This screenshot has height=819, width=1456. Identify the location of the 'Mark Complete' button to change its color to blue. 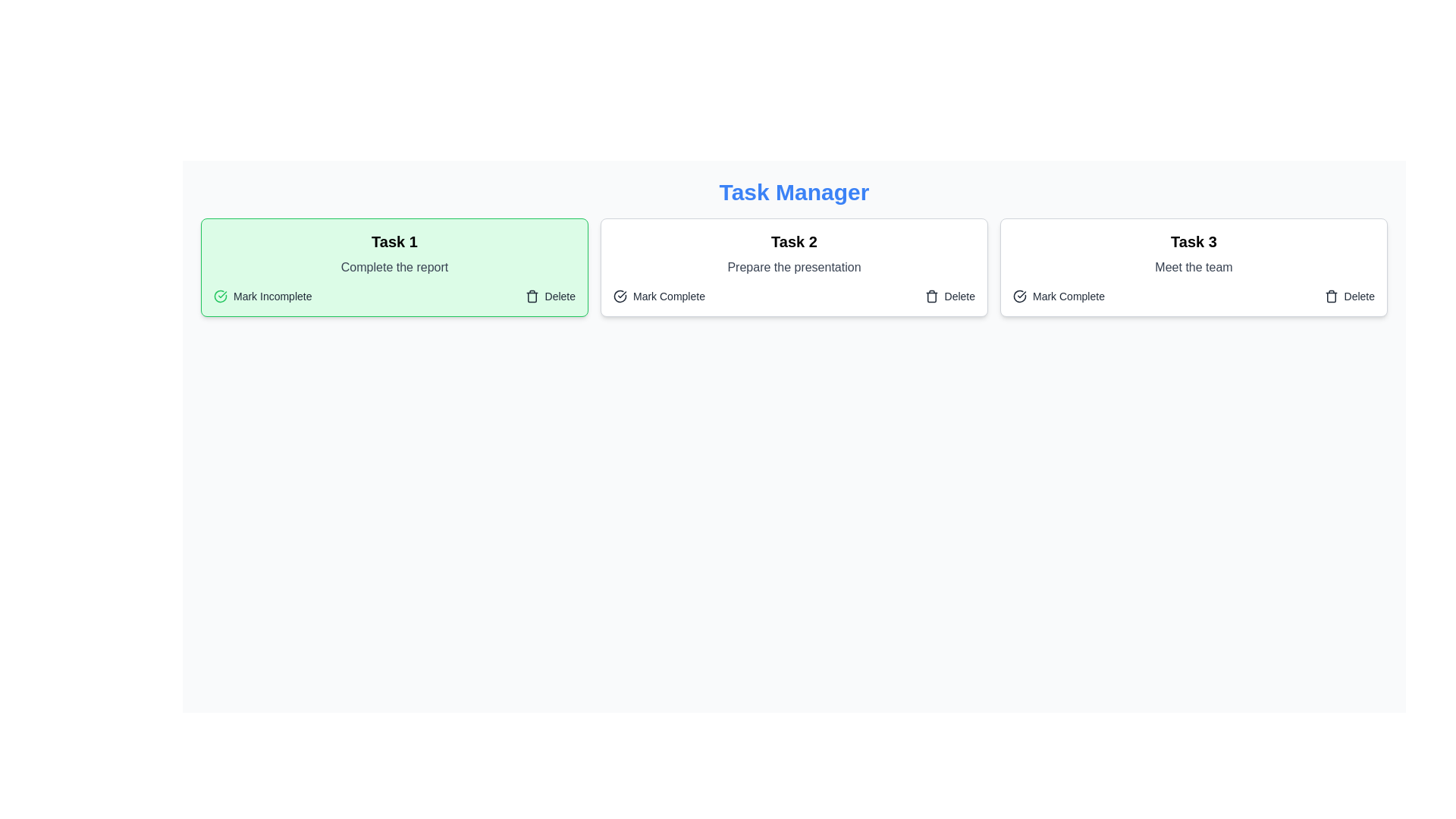
(1058, 296).